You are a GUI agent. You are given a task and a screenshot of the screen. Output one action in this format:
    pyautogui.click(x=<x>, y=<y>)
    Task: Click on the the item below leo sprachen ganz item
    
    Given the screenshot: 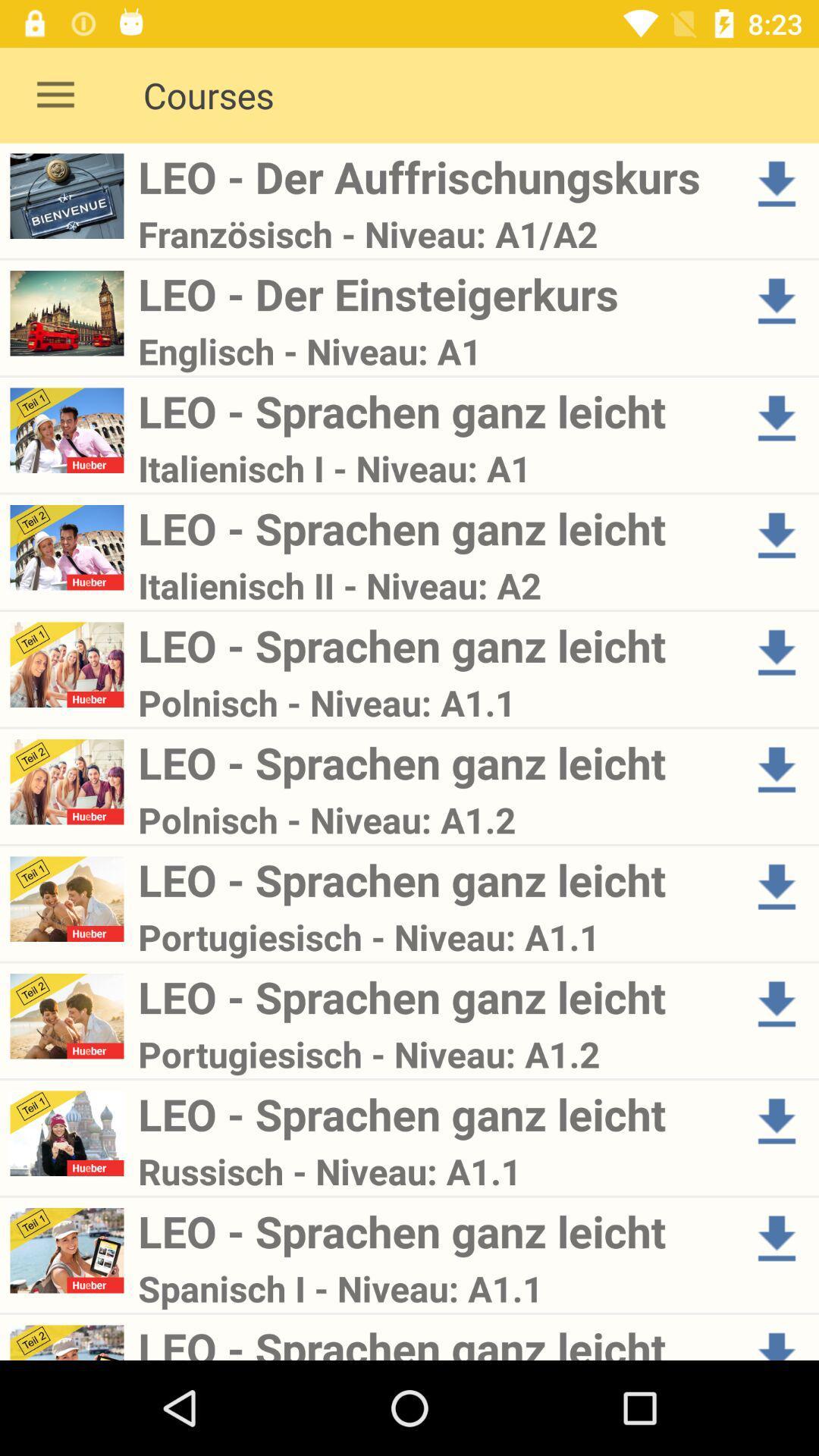 What is the action you would take?
    pyautogui.click(x=435, y=1288)
    